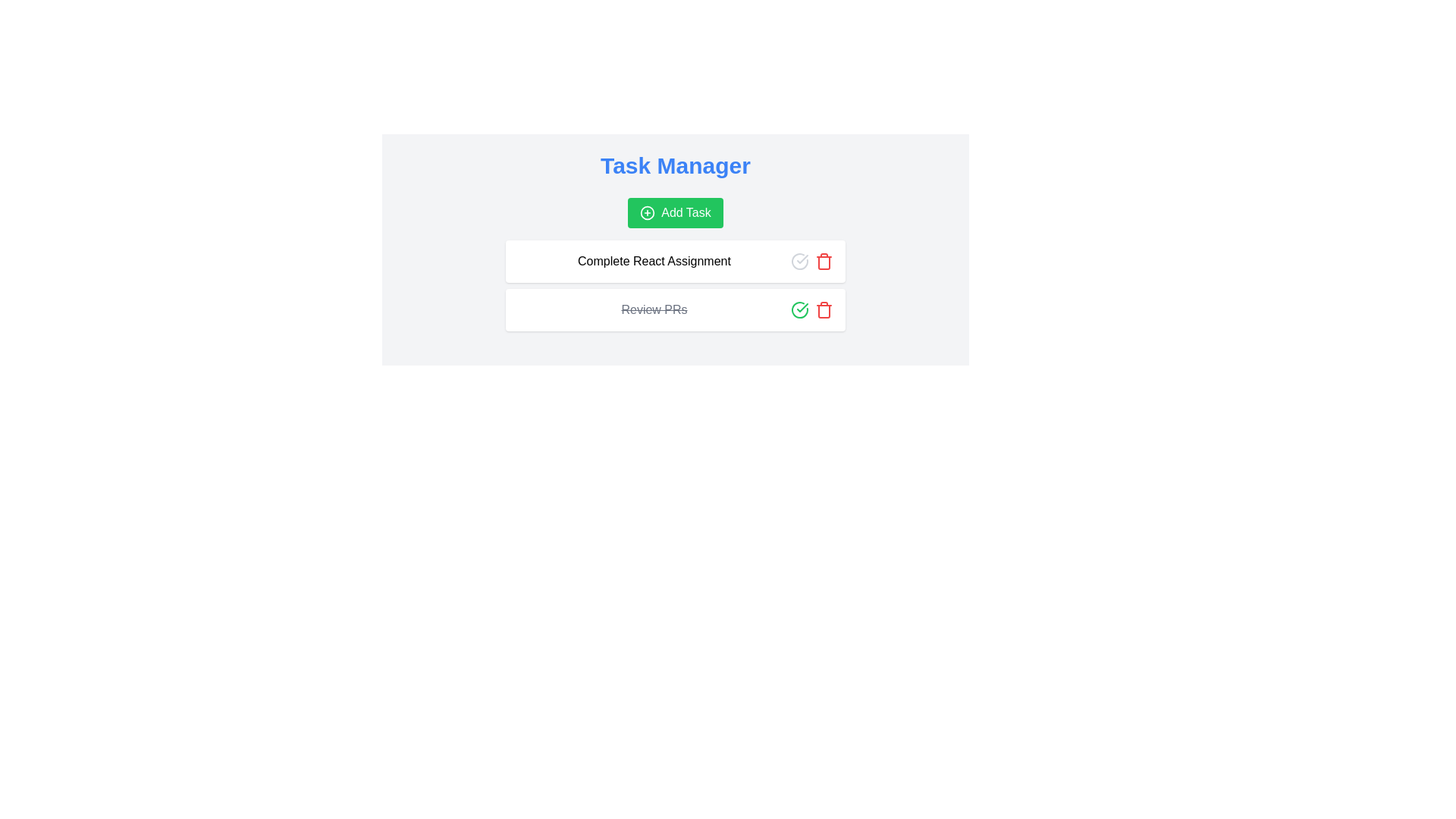 The height and width of the screenshot is (819, 1456). I want to click on the green checkmark icon next to the 'Review PRs' text to mark the task as completed, so click(802, 307).